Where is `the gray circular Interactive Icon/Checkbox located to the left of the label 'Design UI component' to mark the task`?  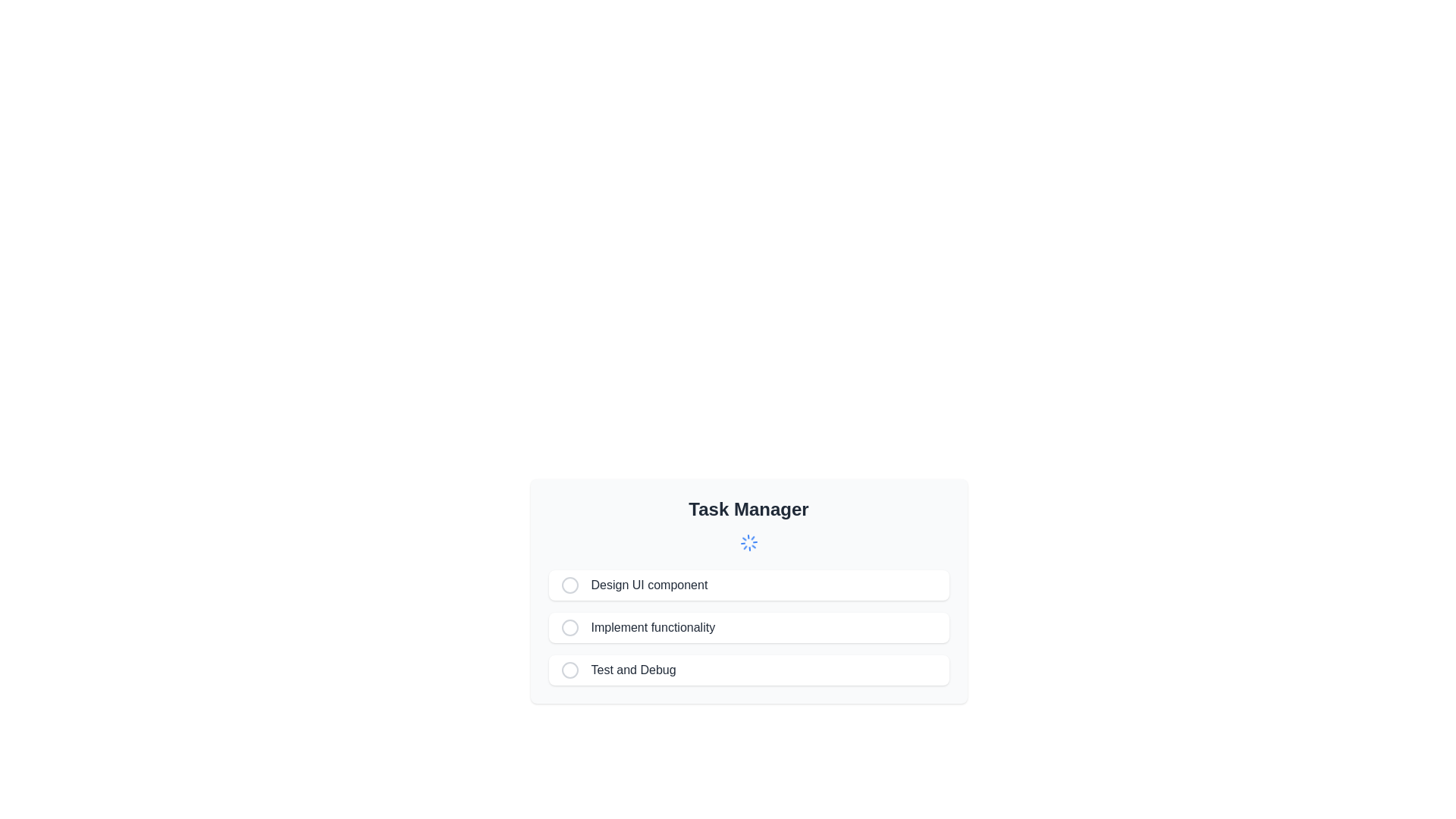 the gray circular Interactive Icon/Checkbox located to the left of the label 'Design UI component' to mark the task is located at coordinates (575, 584).